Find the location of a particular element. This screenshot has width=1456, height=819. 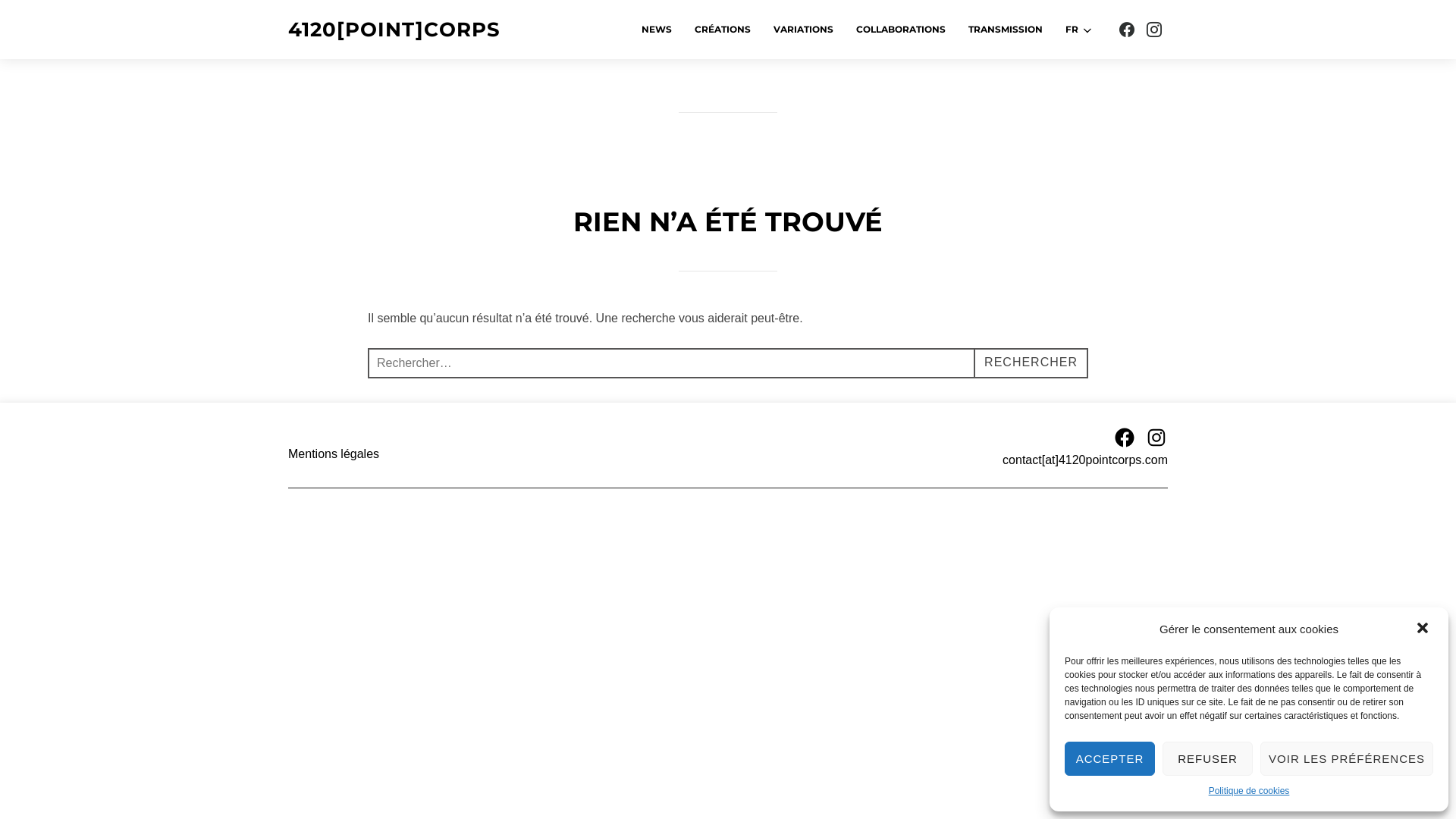

'TRANSMISSION' is located at coordinates (1005, 30).